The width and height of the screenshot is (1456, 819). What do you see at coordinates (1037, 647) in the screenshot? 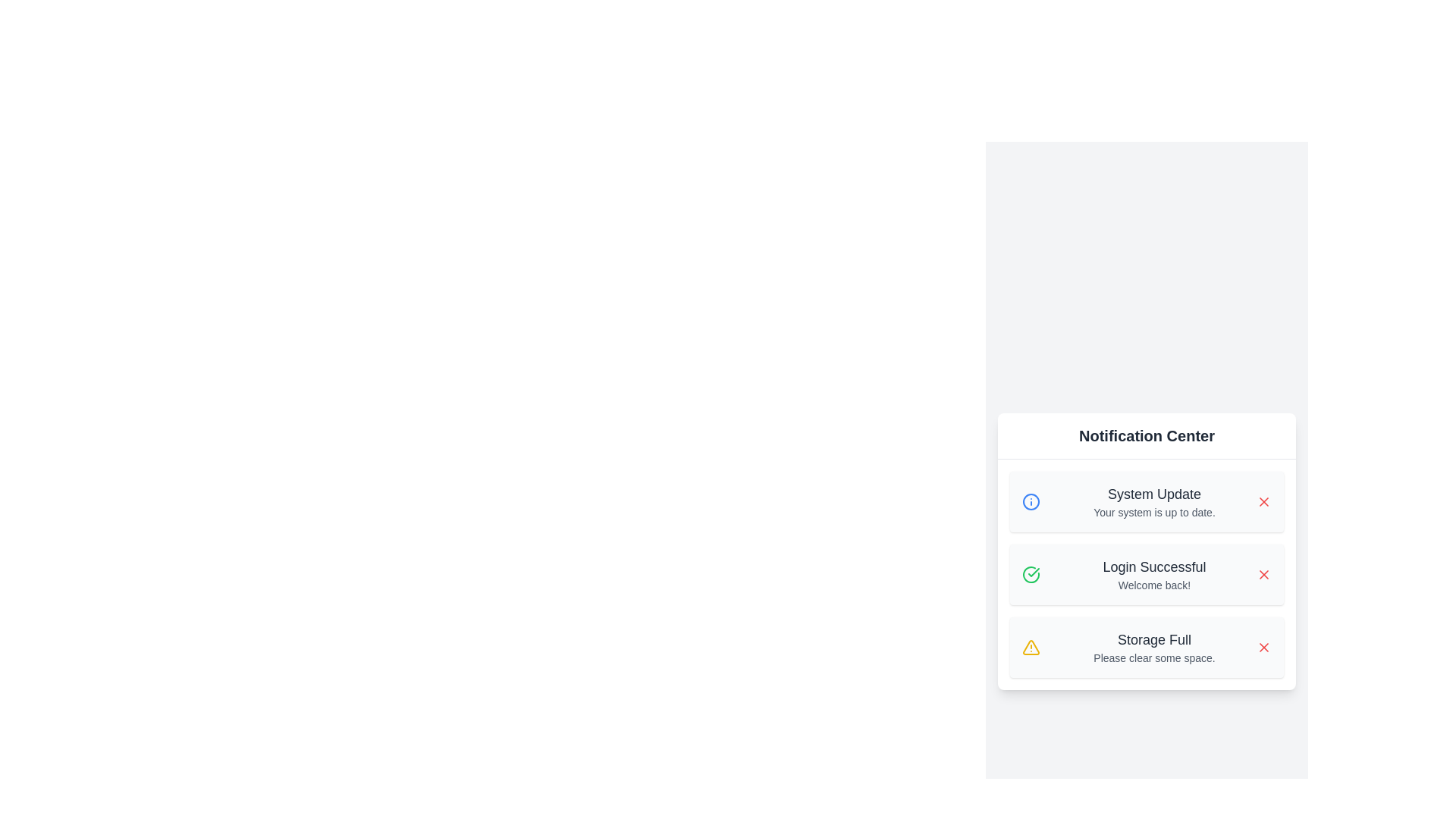
I see `the state represented by the yellow warning triangle icon with an exclamation mark, located in the third notification entry titled 'Storage Full' in the notification center` at bounding box center [1037, 647].